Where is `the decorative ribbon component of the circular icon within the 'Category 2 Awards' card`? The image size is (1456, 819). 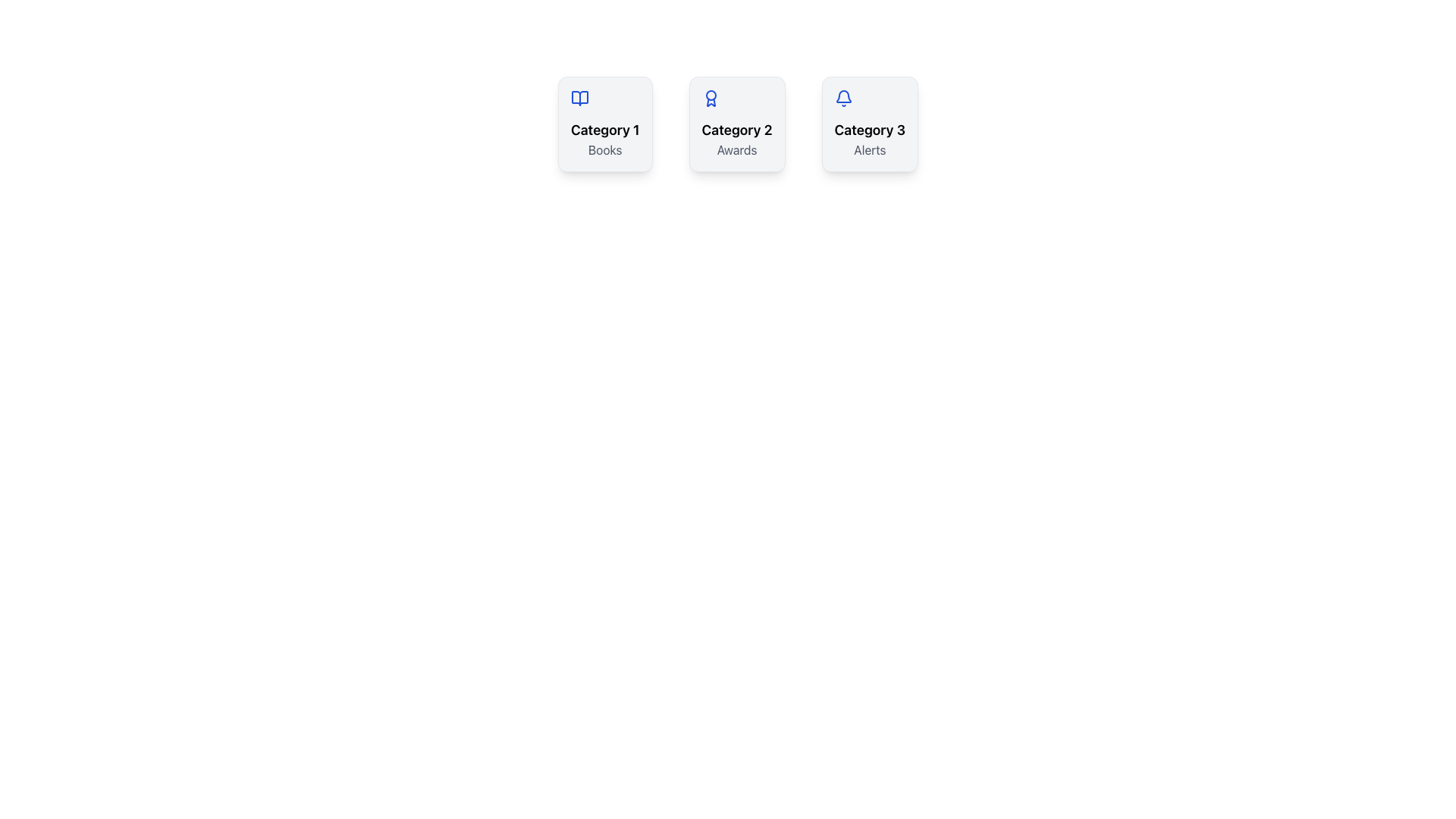 the decorative ribbon component of the circular icon within the 'Category 2 Awards' card is located at coordinates (710, 102).